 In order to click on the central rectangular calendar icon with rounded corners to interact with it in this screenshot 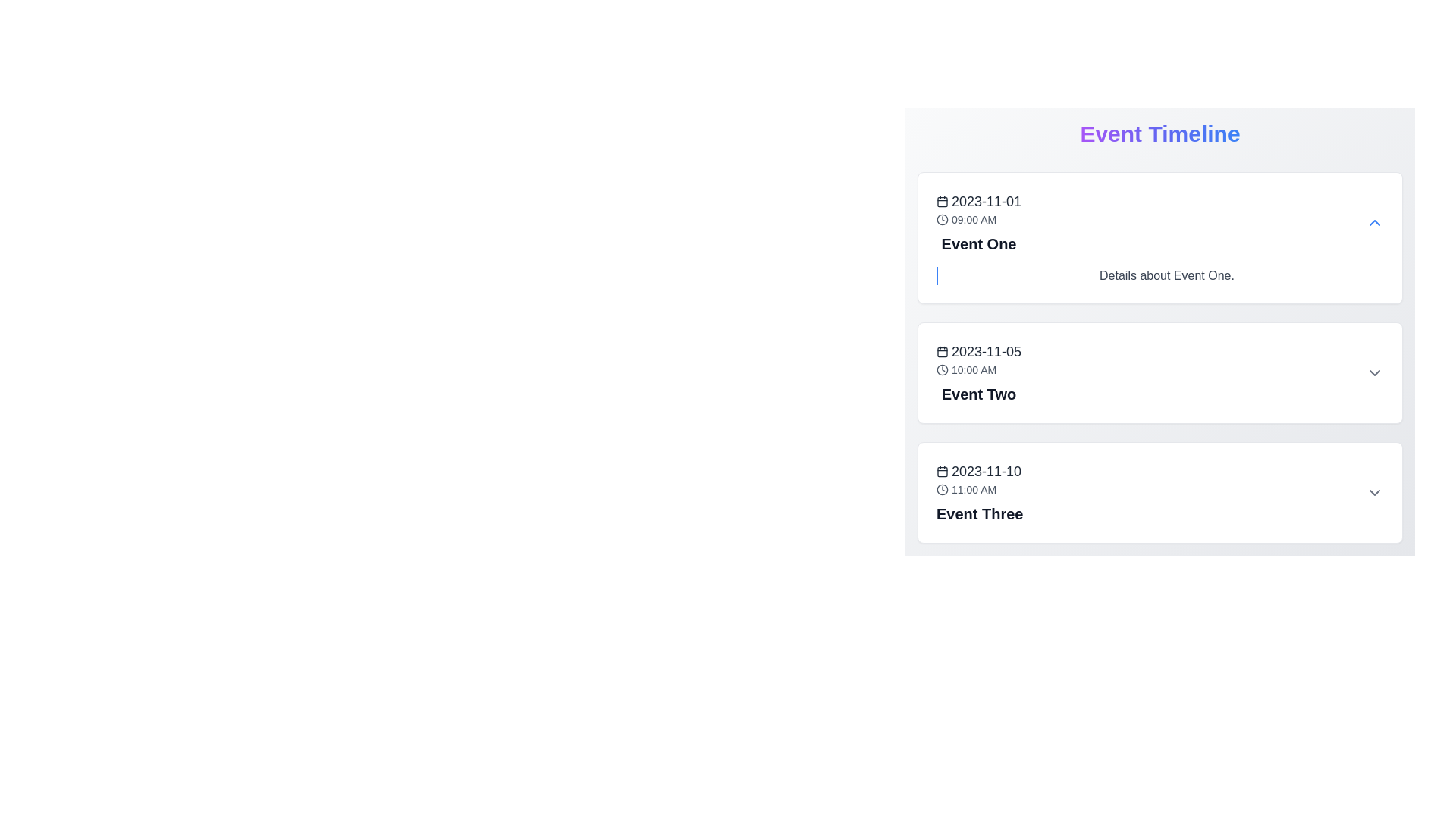, I will do `click(942, 351)`.